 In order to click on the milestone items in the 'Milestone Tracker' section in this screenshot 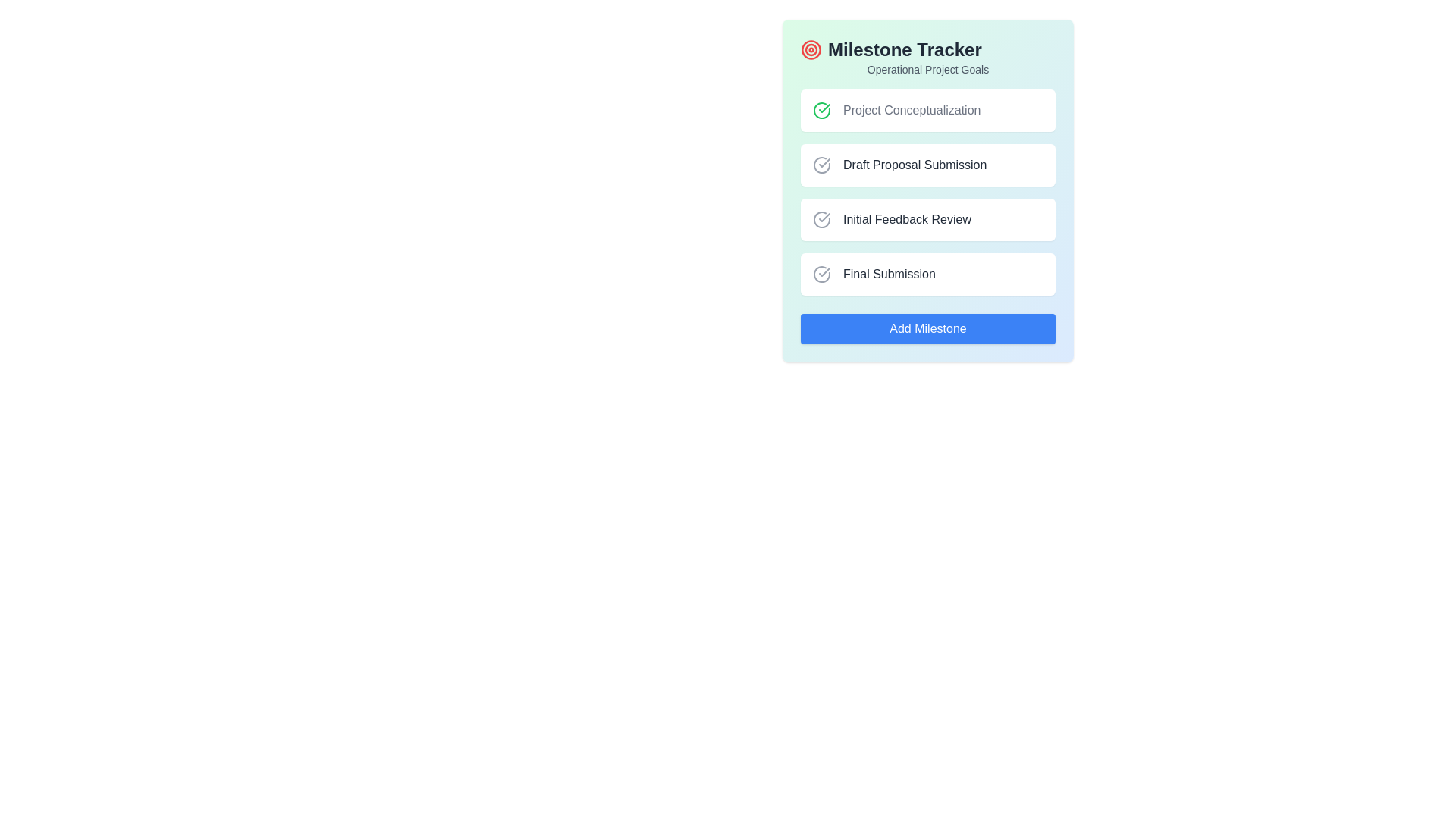, I will do `click(927, 190)`.